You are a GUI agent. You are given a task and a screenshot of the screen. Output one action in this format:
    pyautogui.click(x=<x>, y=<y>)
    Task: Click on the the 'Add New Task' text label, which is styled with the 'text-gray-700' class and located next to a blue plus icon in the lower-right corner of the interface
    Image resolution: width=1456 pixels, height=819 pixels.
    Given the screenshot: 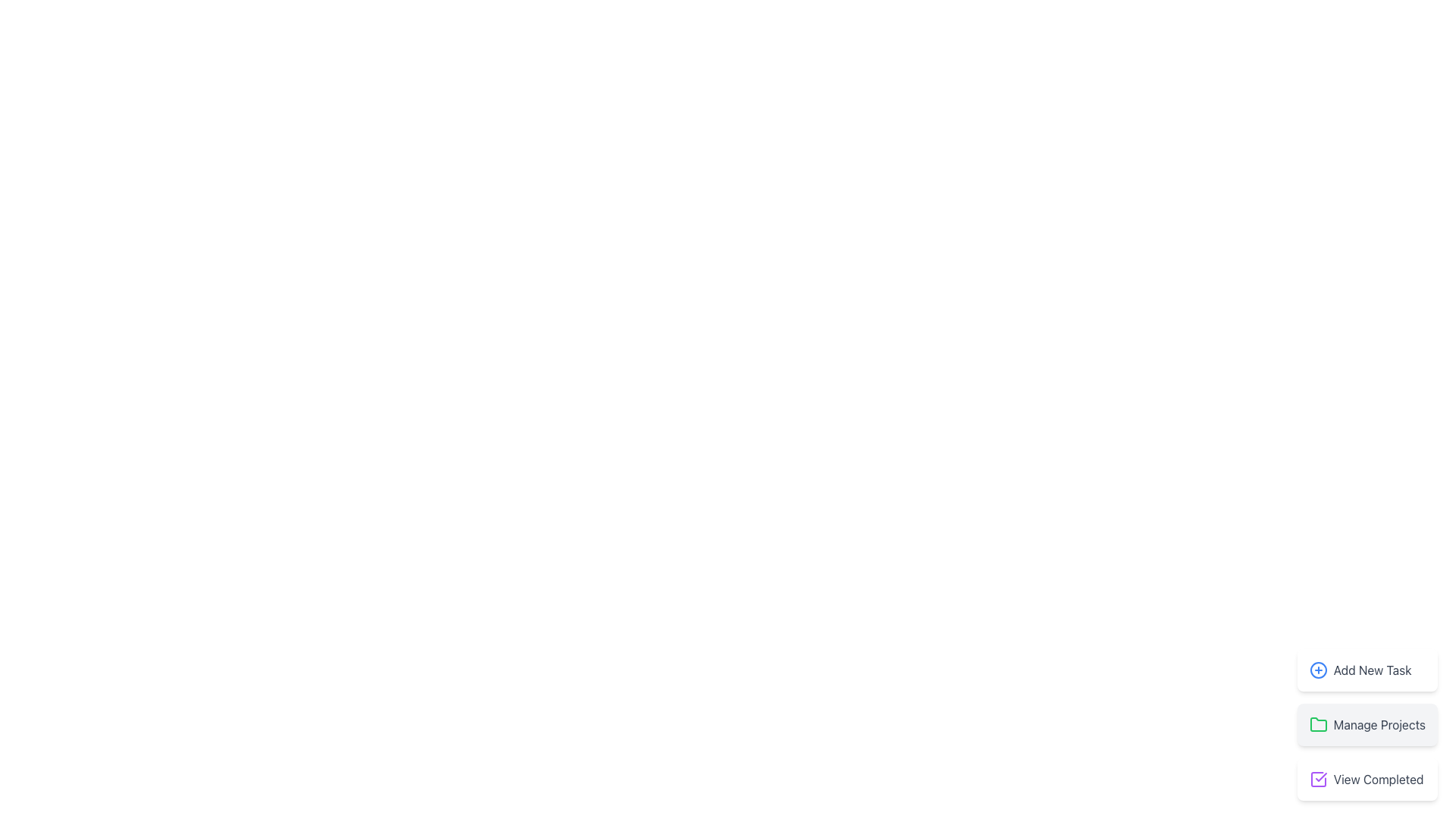 What is the action you would take?
    pyautogui.click(x=1373, y=669)
    